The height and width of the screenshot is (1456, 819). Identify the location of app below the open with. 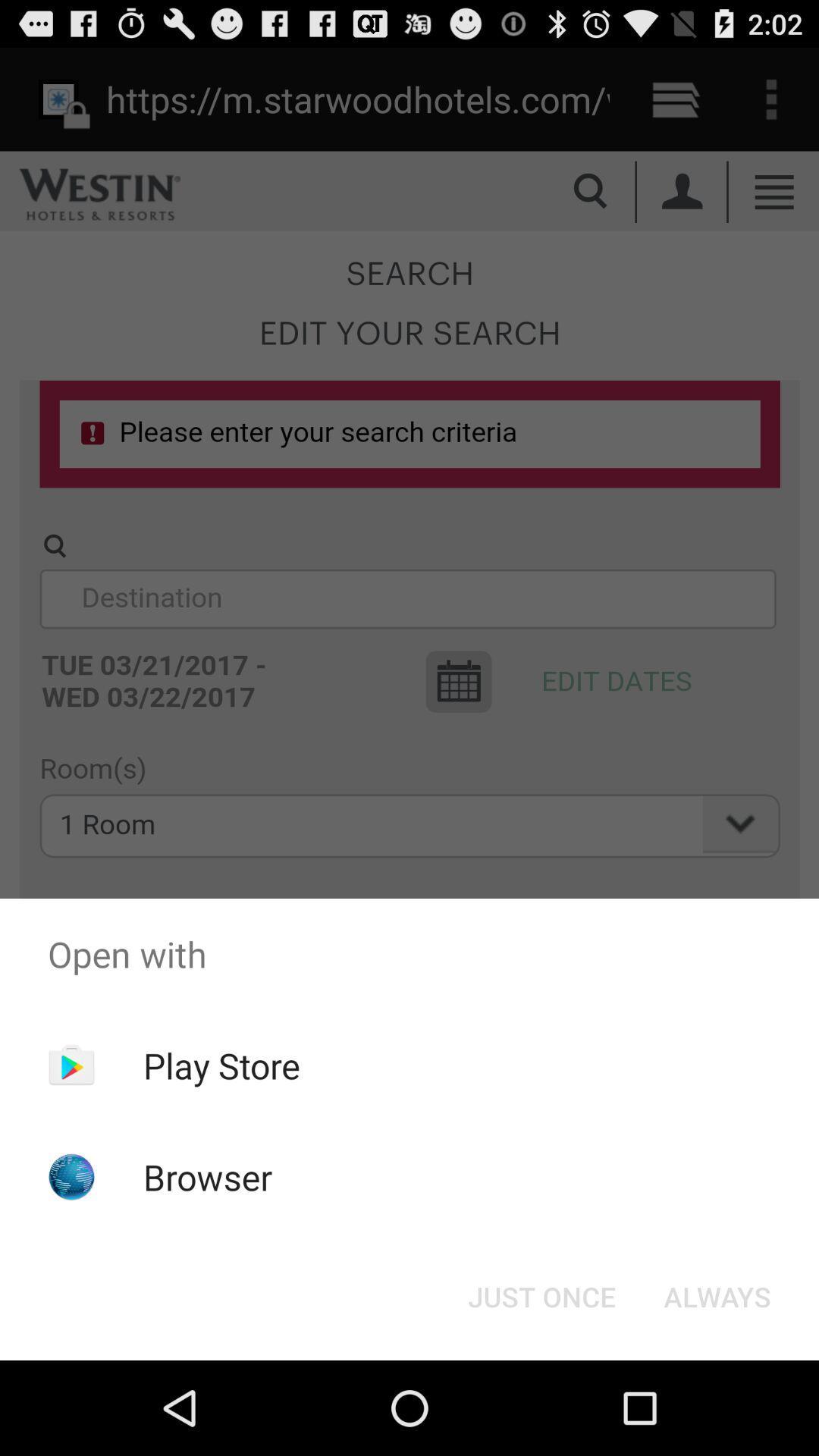
(221, 1065).